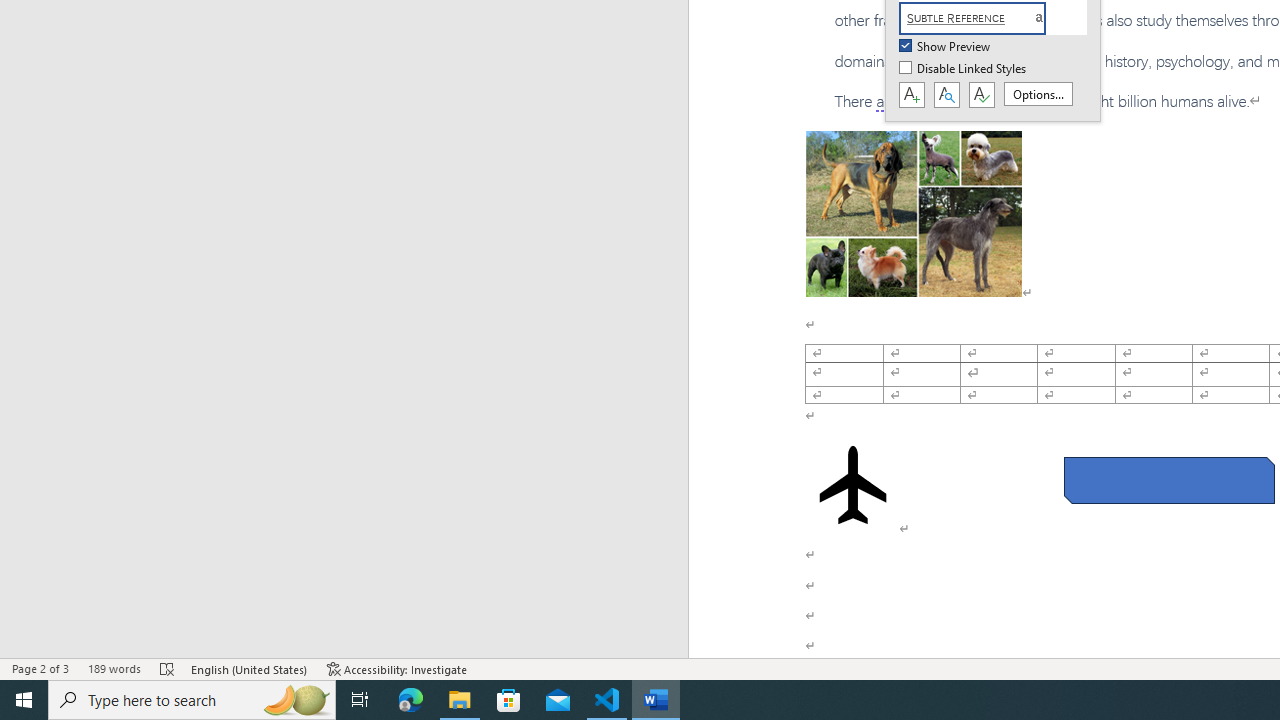  Describe the element at coordinates (984, 18) in the screenshot. I see `'Subtle Reference'` at that location.